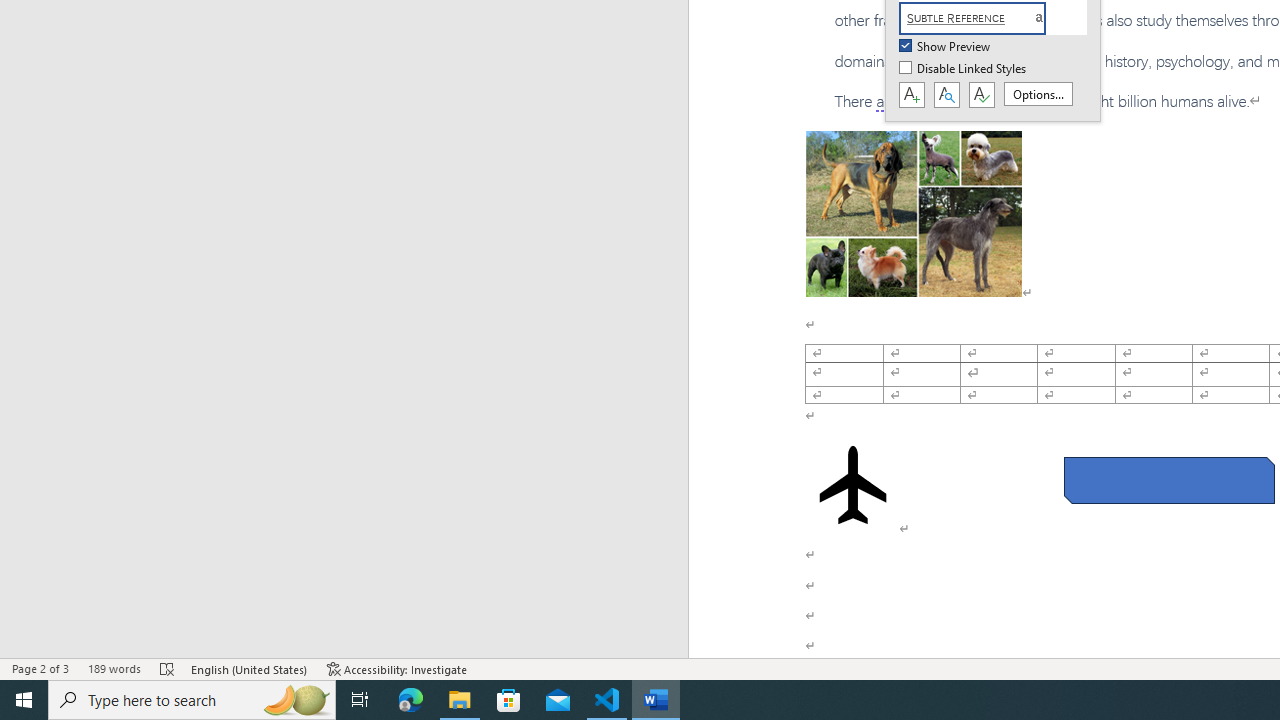  Describe the element at coordinates (984, 18) in the screenshot. I see `'Subtle Reference'` at that location.